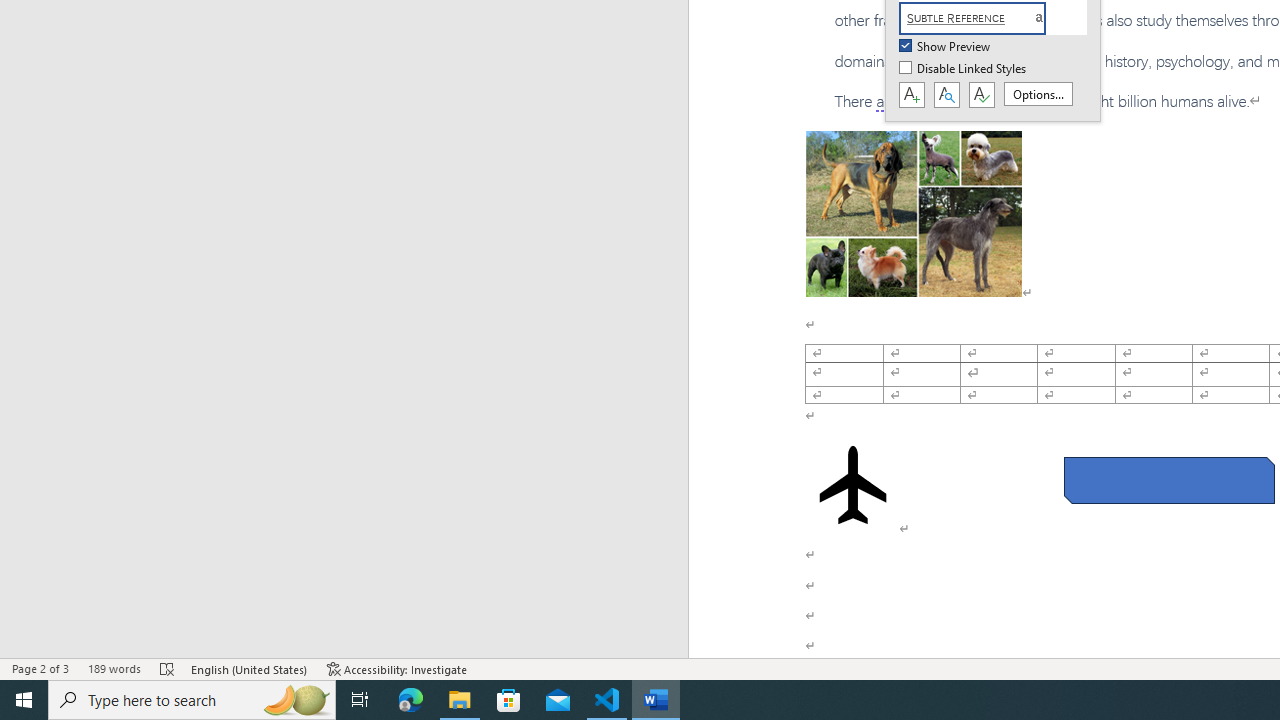  Describe the element at coordinates (984, 18) in the screenshot. I see `'Subtle Reference'` at that location.